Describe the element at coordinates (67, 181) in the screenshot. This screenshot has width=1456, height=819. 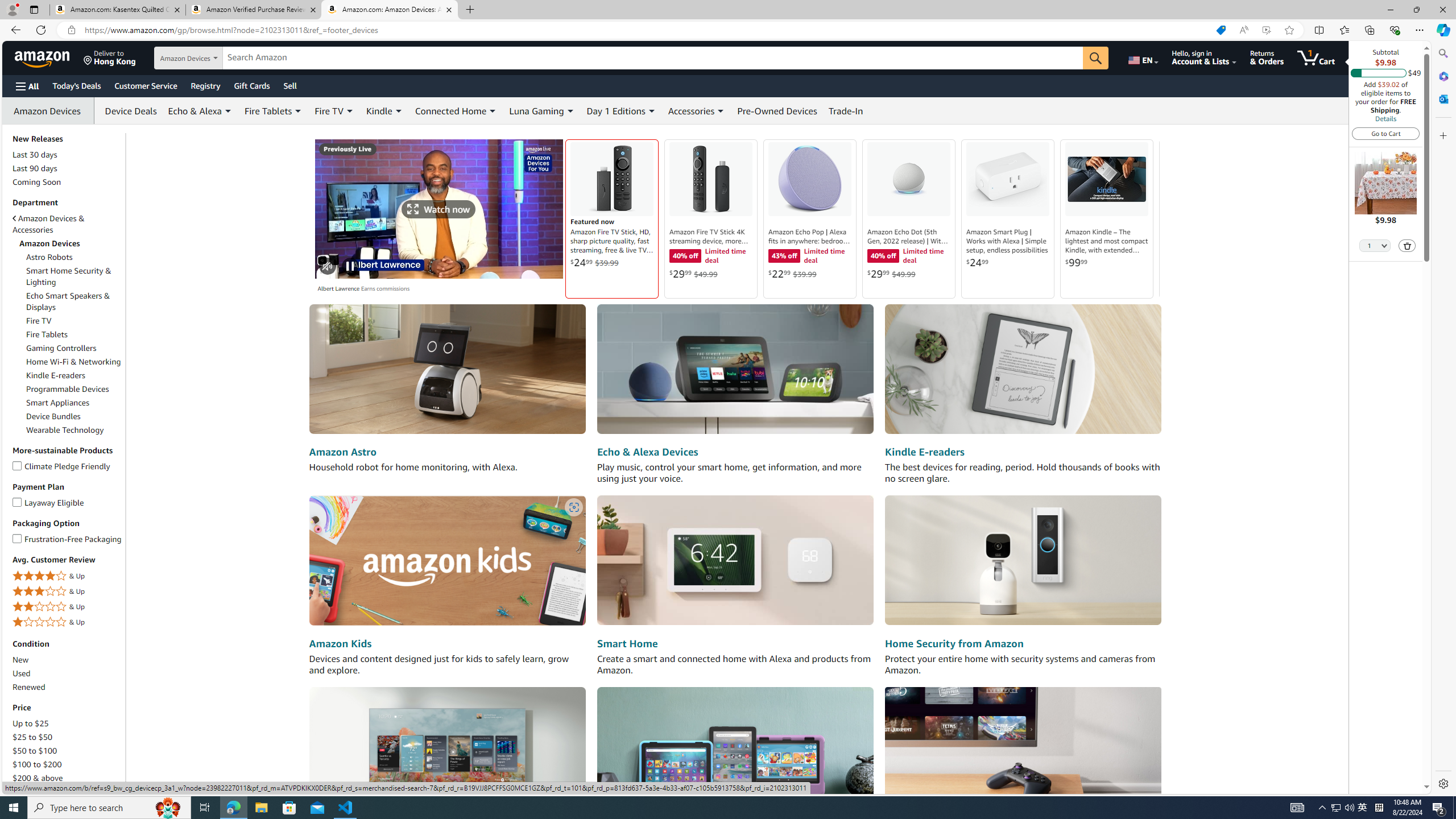
I see `'Coming Soon'` at that location.